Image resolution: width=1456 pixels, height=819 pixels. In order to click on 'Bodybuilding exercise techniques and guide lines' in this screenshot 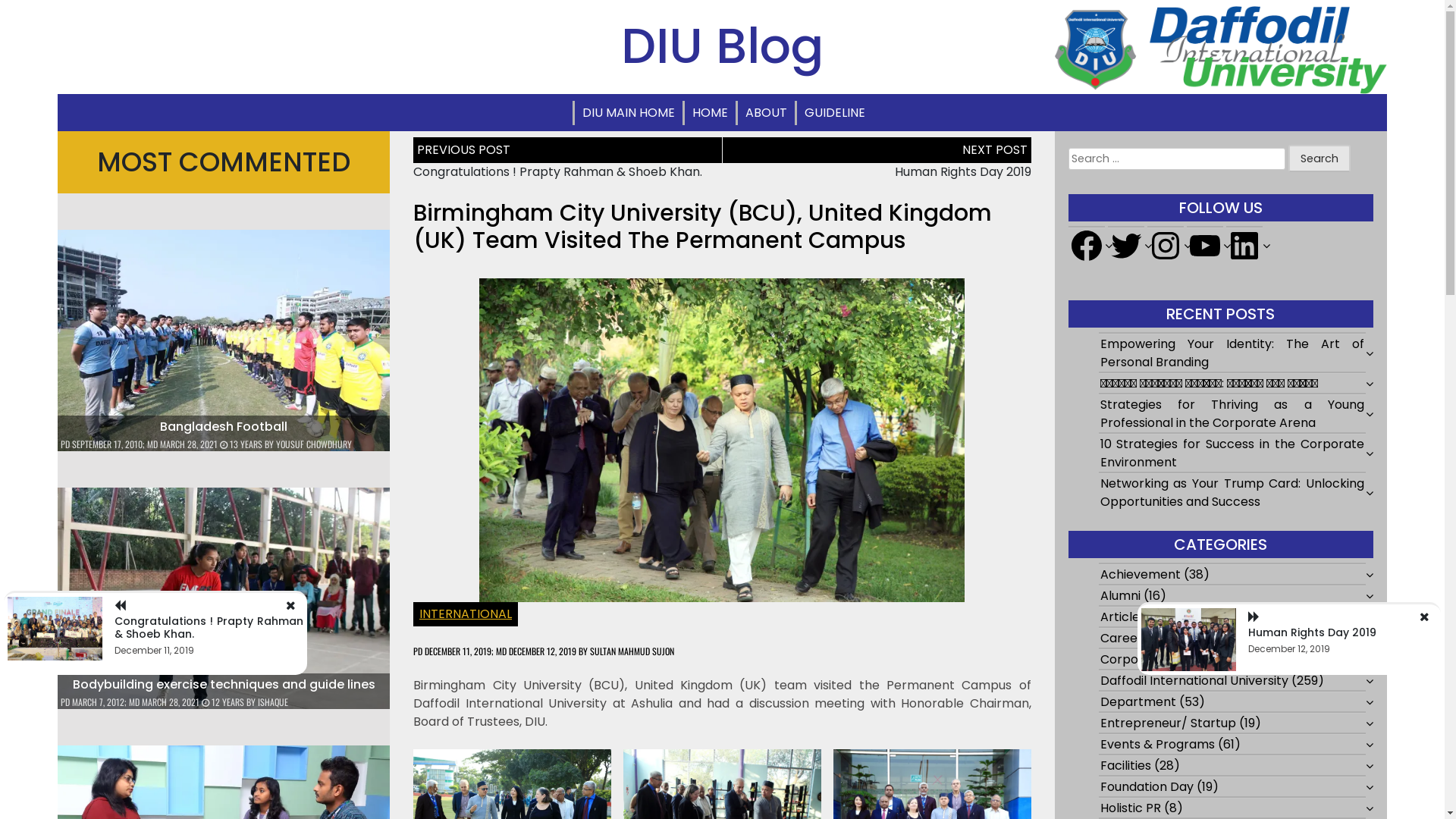, I will do `click(223, 684)`.